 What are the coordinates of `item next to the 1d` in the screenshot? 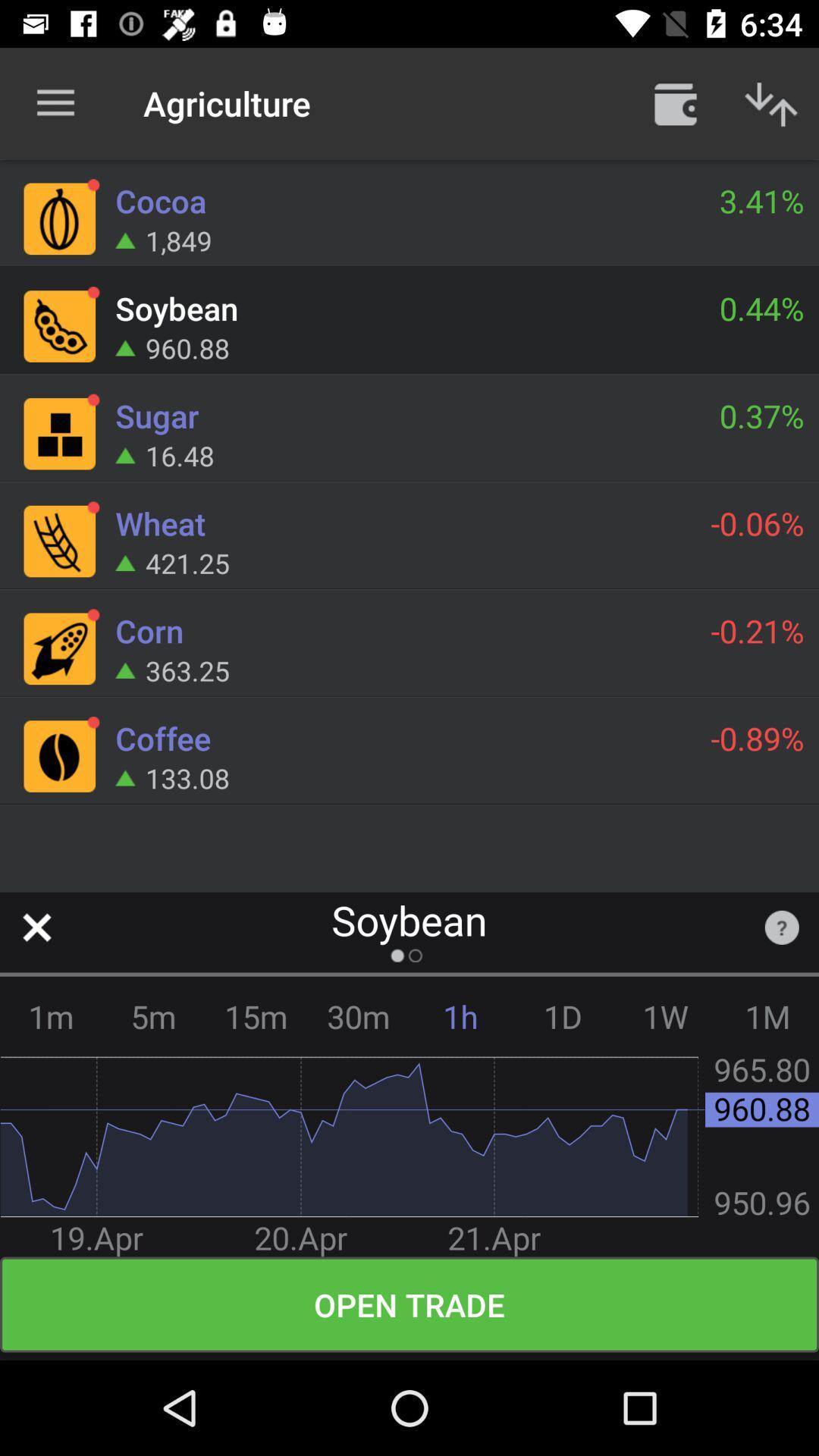 It's located at (664, 1016).